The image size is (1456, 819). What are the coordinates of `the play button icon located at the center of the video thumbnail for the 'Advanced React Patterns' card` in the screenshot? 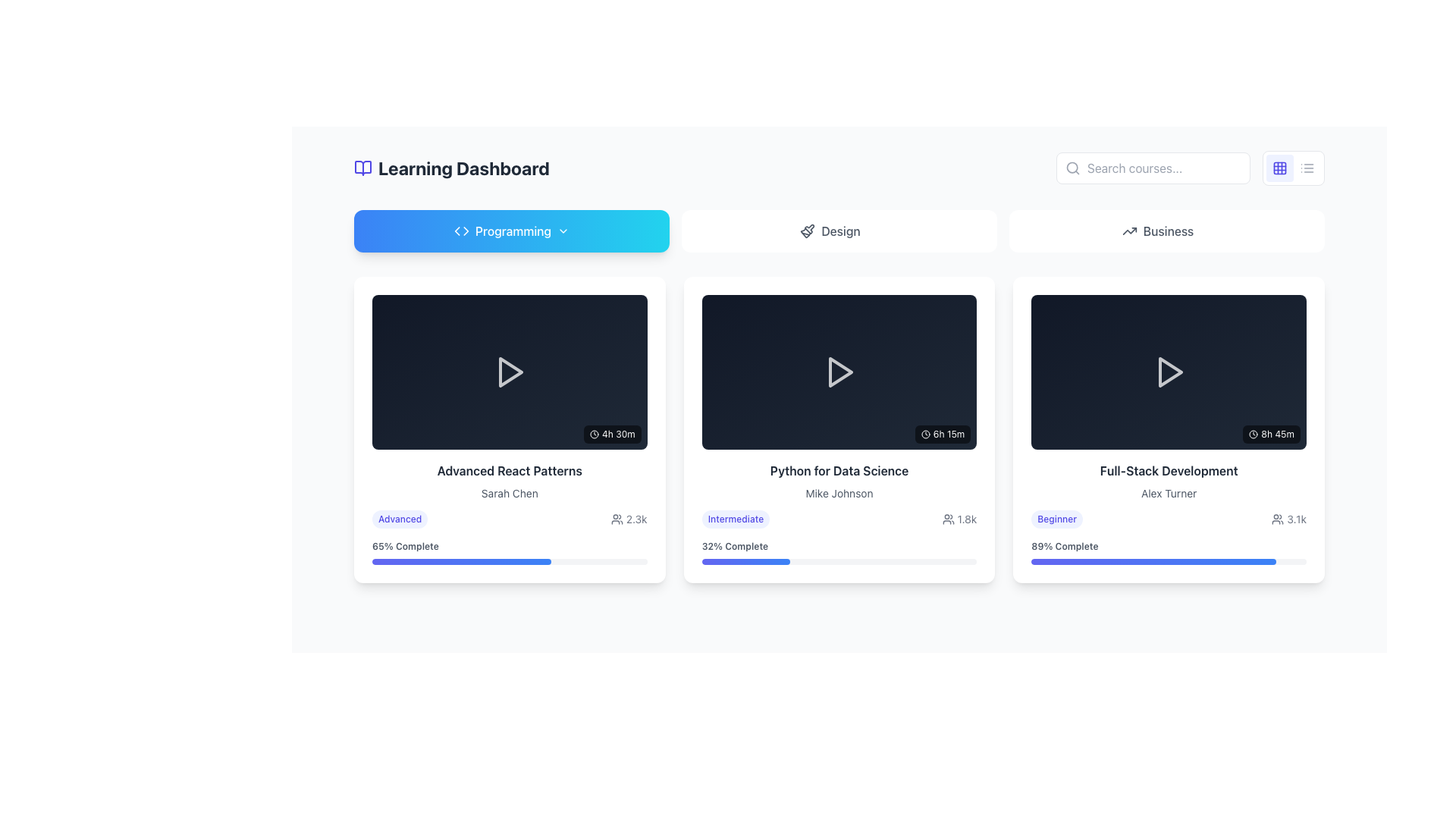 It's located at (511, 372).